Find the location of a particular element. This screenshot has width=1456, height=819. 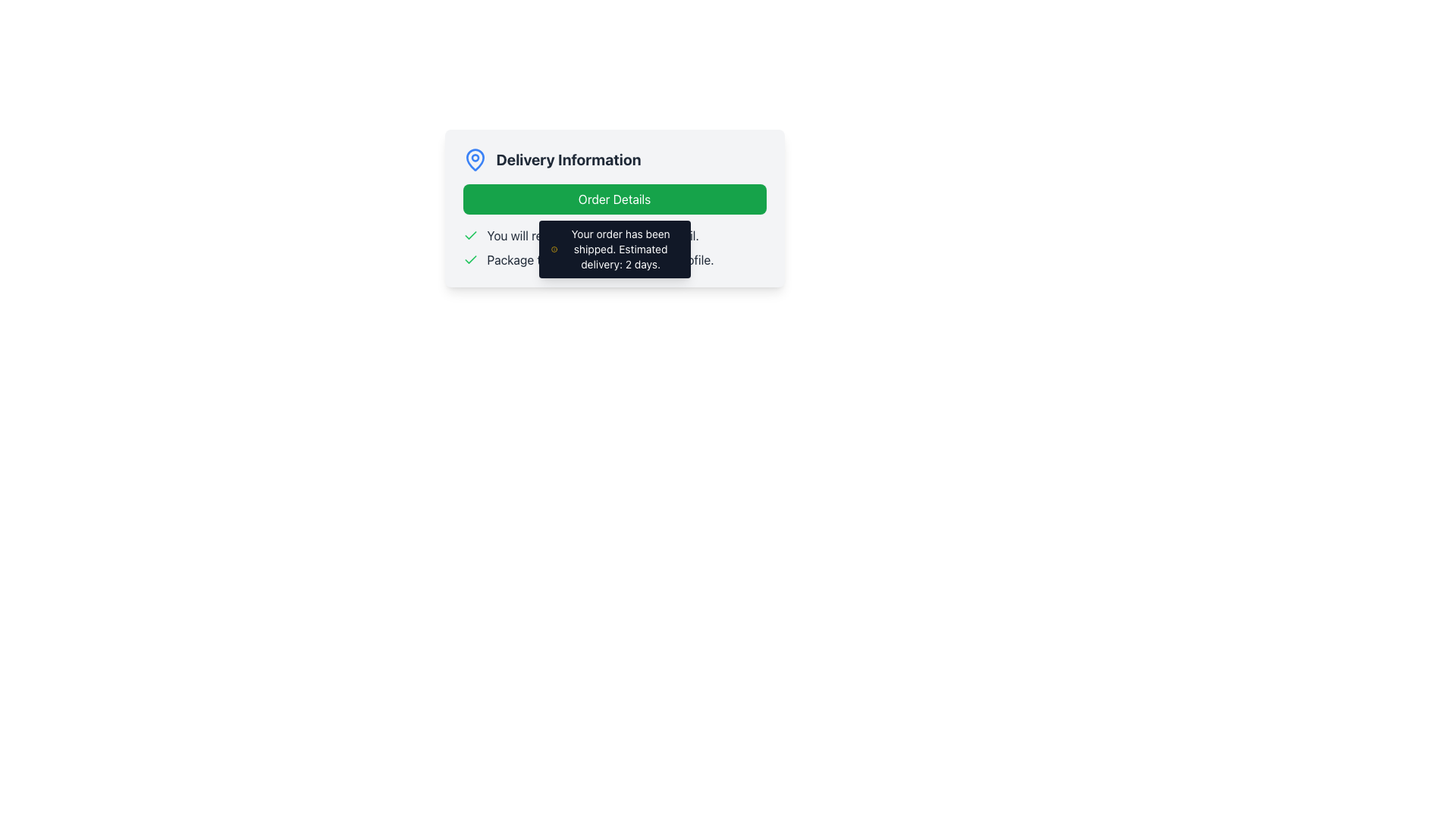

the blue map pin icon located to the left of the 'Delivery Information' heading text is located at coordinates (474, 160).